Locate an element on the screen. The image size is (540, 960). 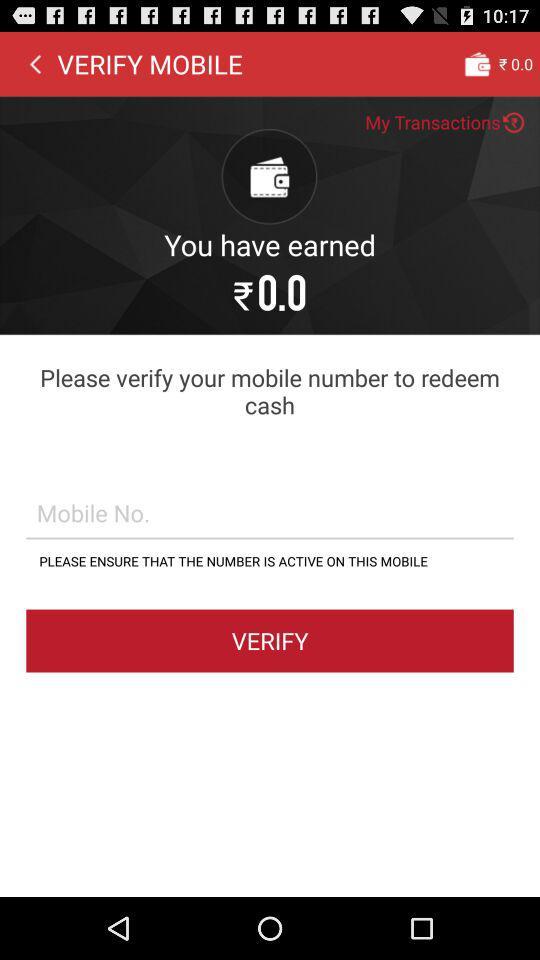
go back is located at coordinates (35, 63).